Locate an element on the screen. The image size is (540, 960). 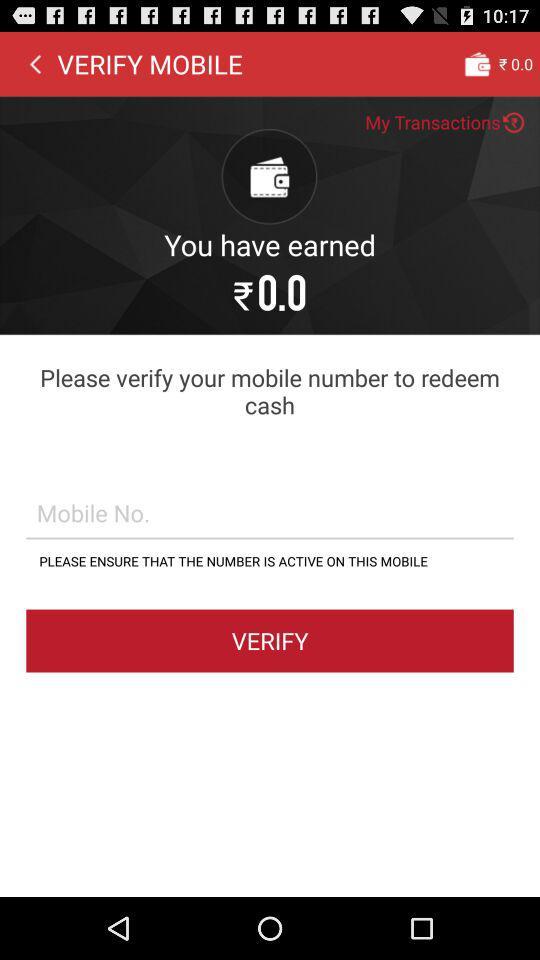
go back is located at coordinates (35, 63).